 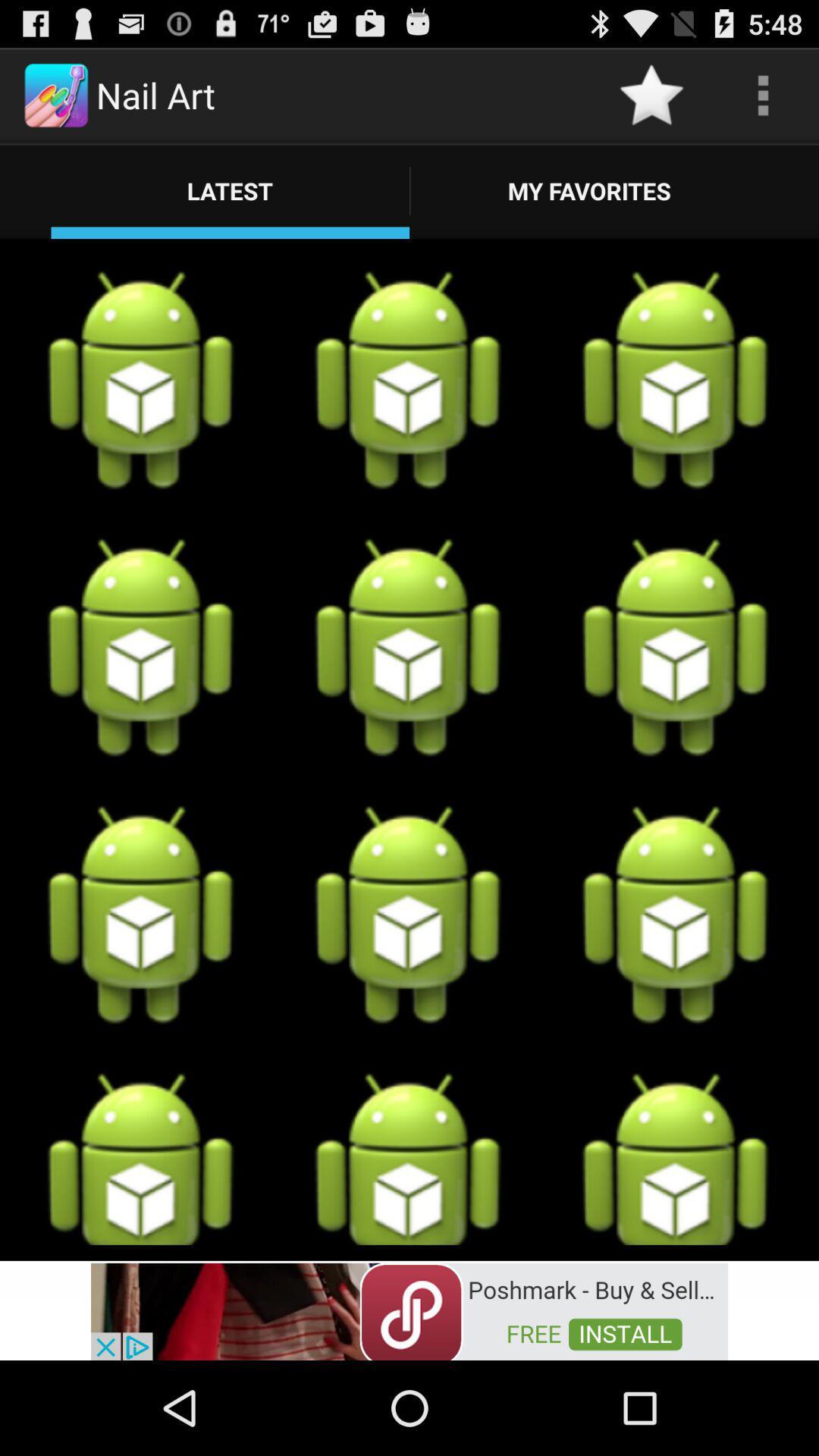 What do you see at coordinates (409, 1310) in the screenshot?
I see `advertisement` at bounding box center [409, 1310].